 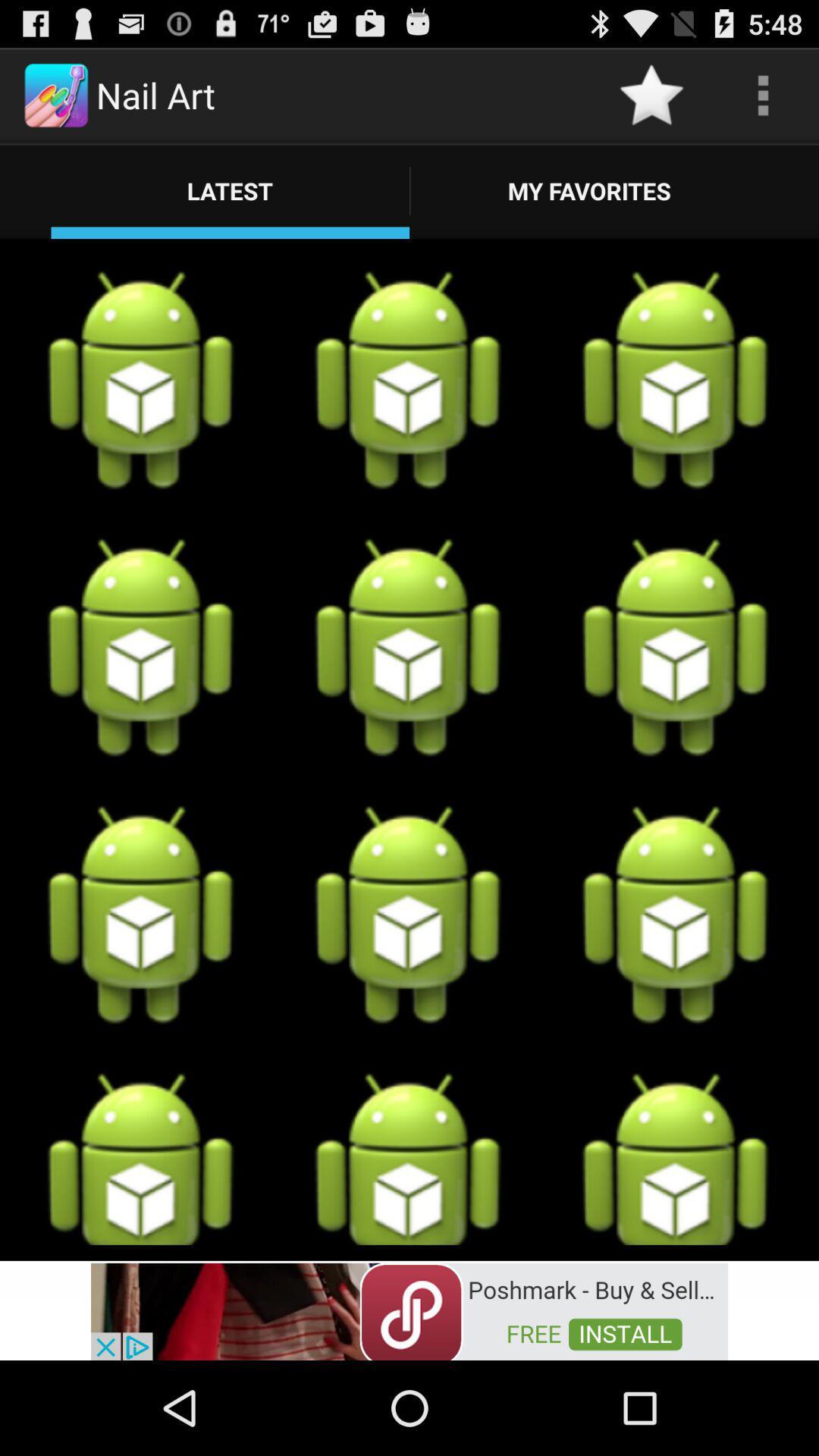 What do you see at coordinates (409, 1310) in the screenshot?
I see `advertisement` at bounding box center [409, 1310].